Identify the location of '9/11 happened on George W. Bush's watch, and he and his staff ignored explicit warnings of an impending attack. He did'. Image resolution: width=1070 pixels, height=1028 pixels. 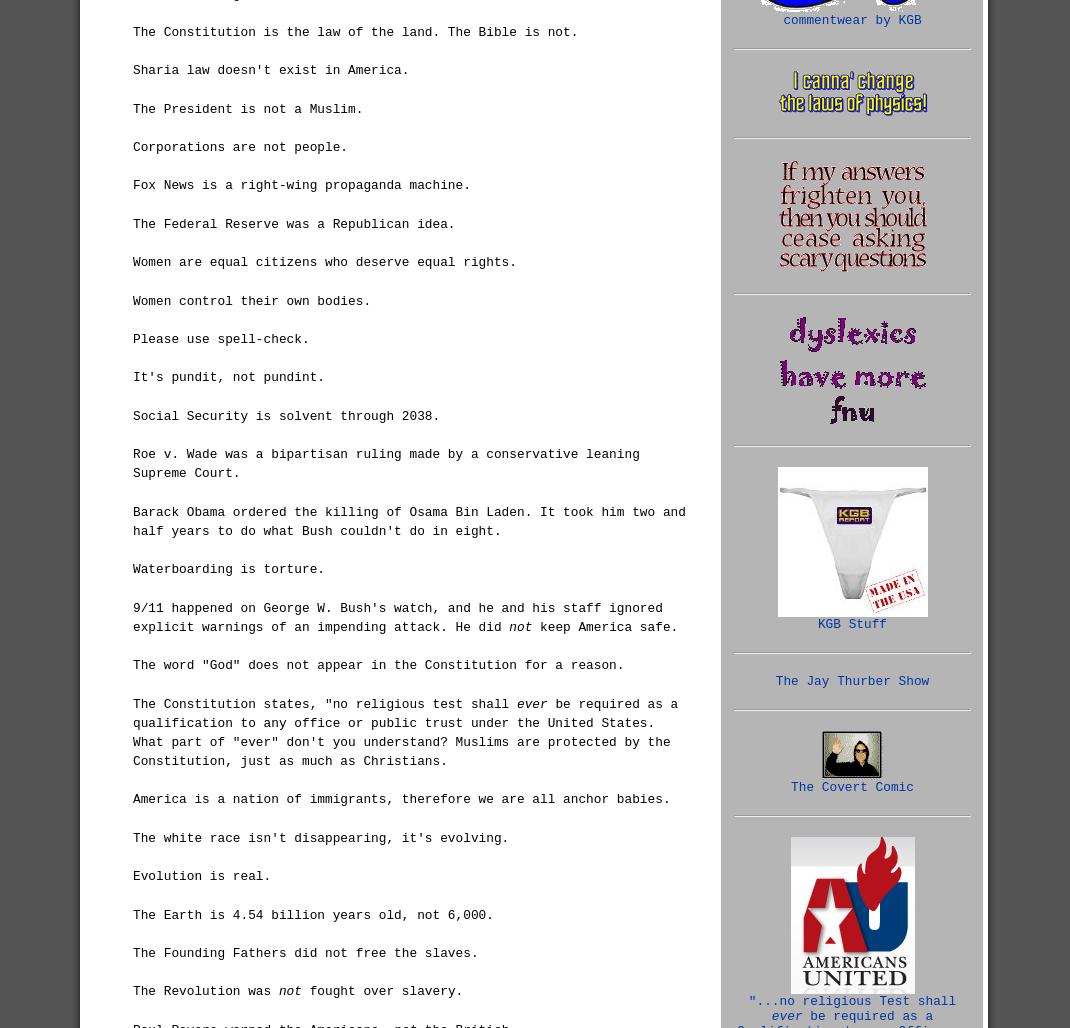
(396, 616).